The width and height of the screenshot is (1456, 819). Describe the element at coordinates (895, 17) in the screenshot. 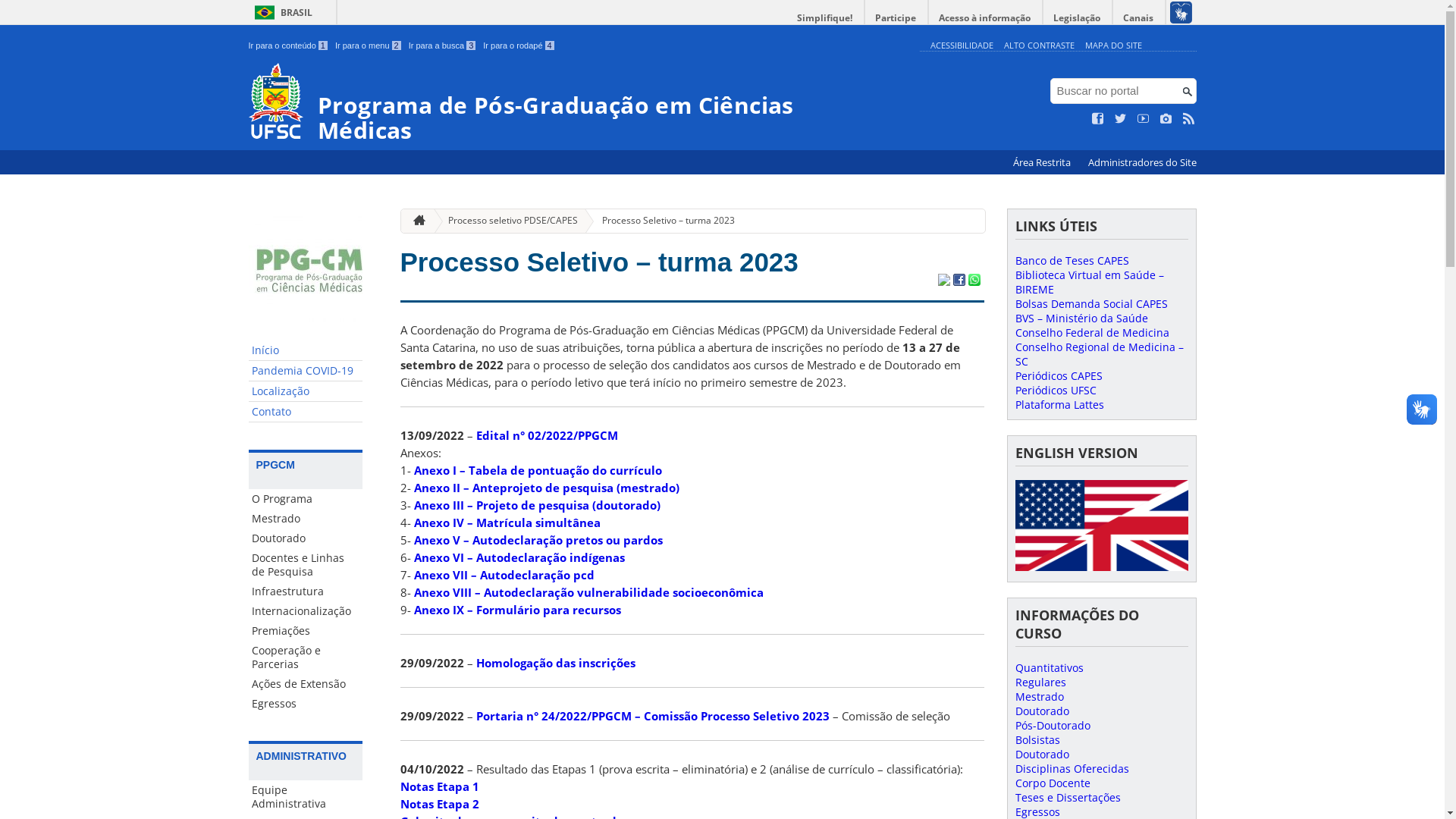

I see `'Participe'` at that location.